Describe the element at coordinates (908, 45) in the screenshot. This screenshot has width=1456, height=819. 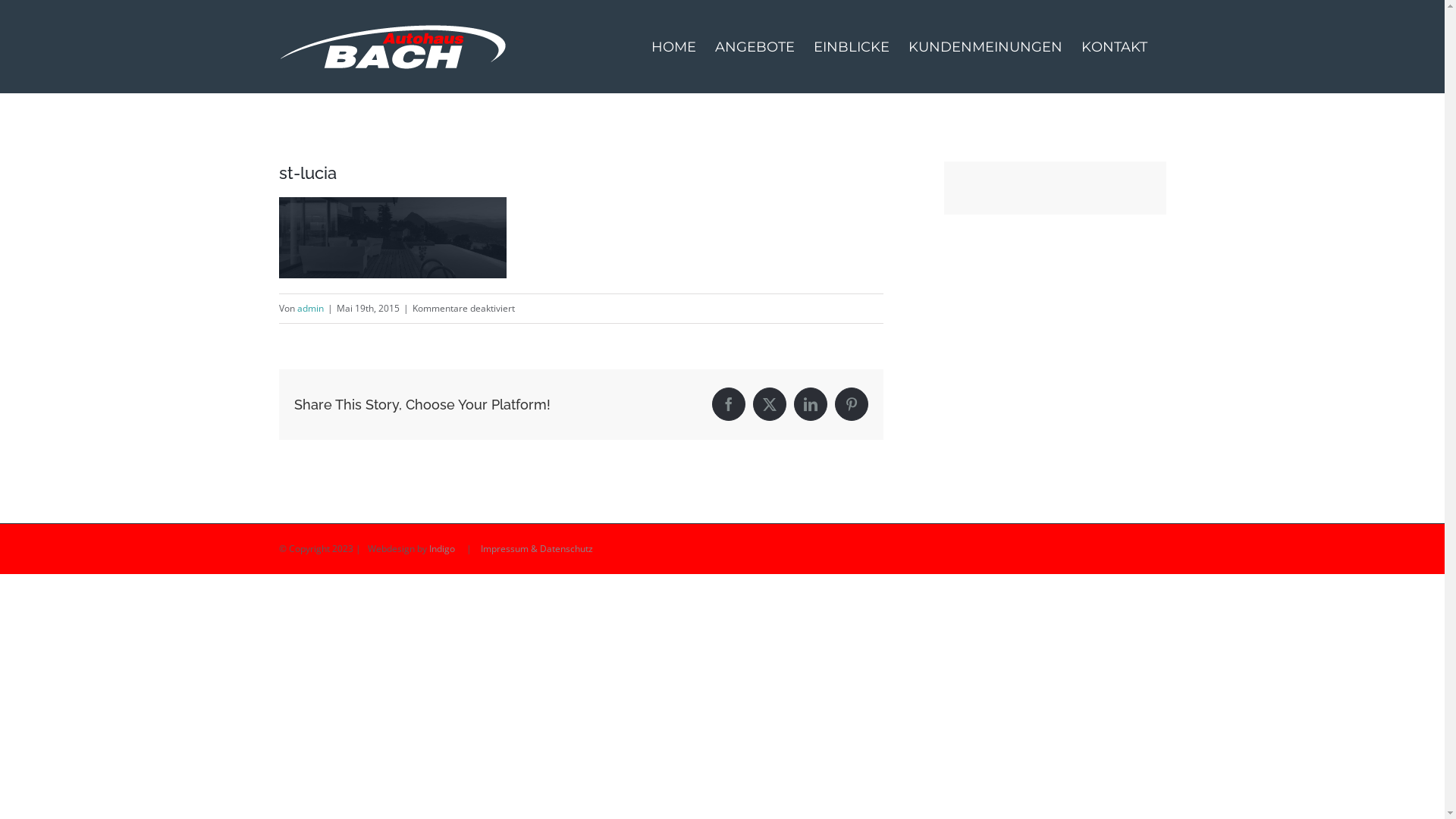
I see `'KUNDENMEINUNGEN'` at that location.